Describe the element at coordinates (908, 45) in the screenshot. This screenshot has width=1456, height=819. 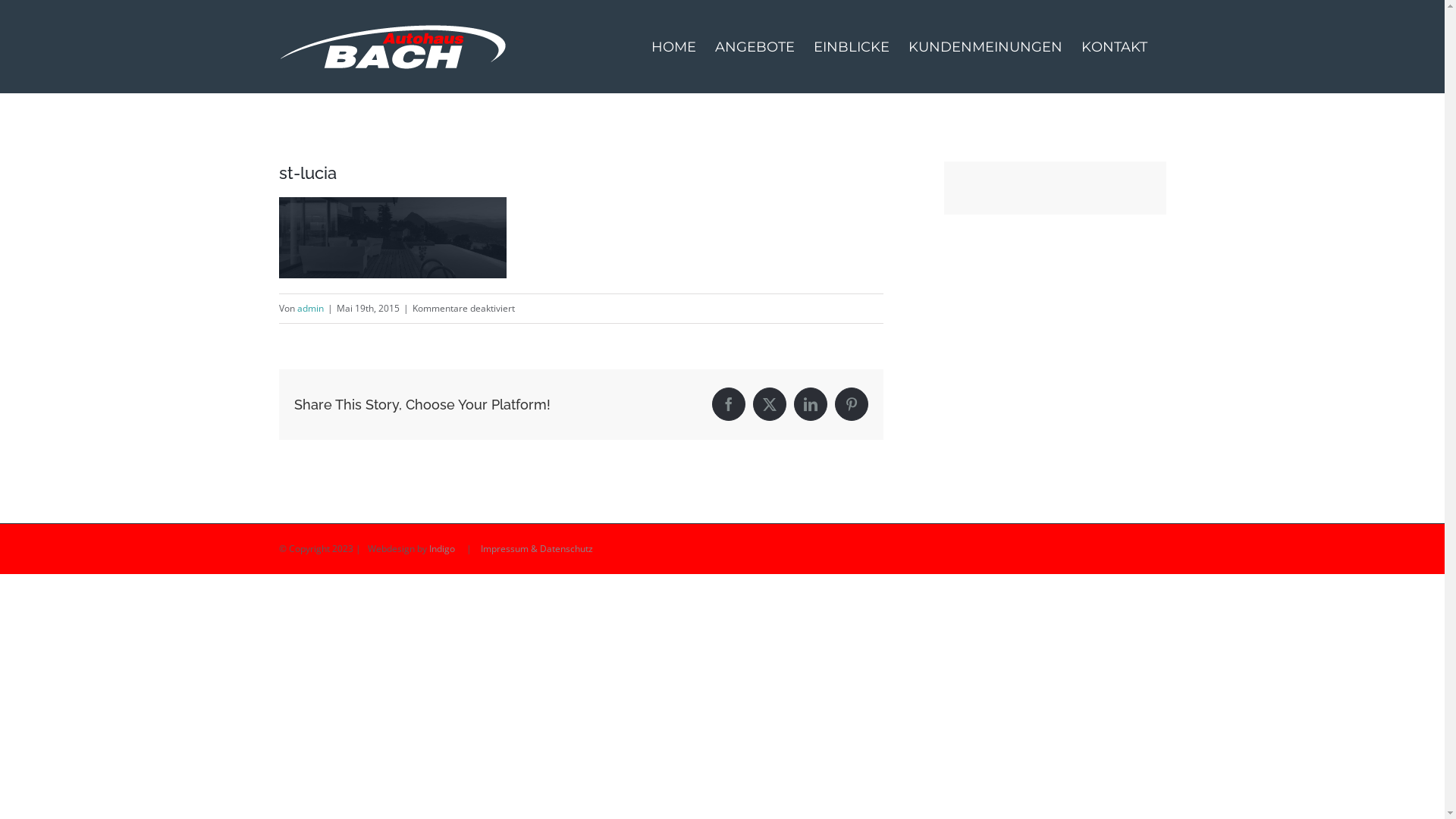
I see `'KUNDENMEINUNGEN'` at that location.